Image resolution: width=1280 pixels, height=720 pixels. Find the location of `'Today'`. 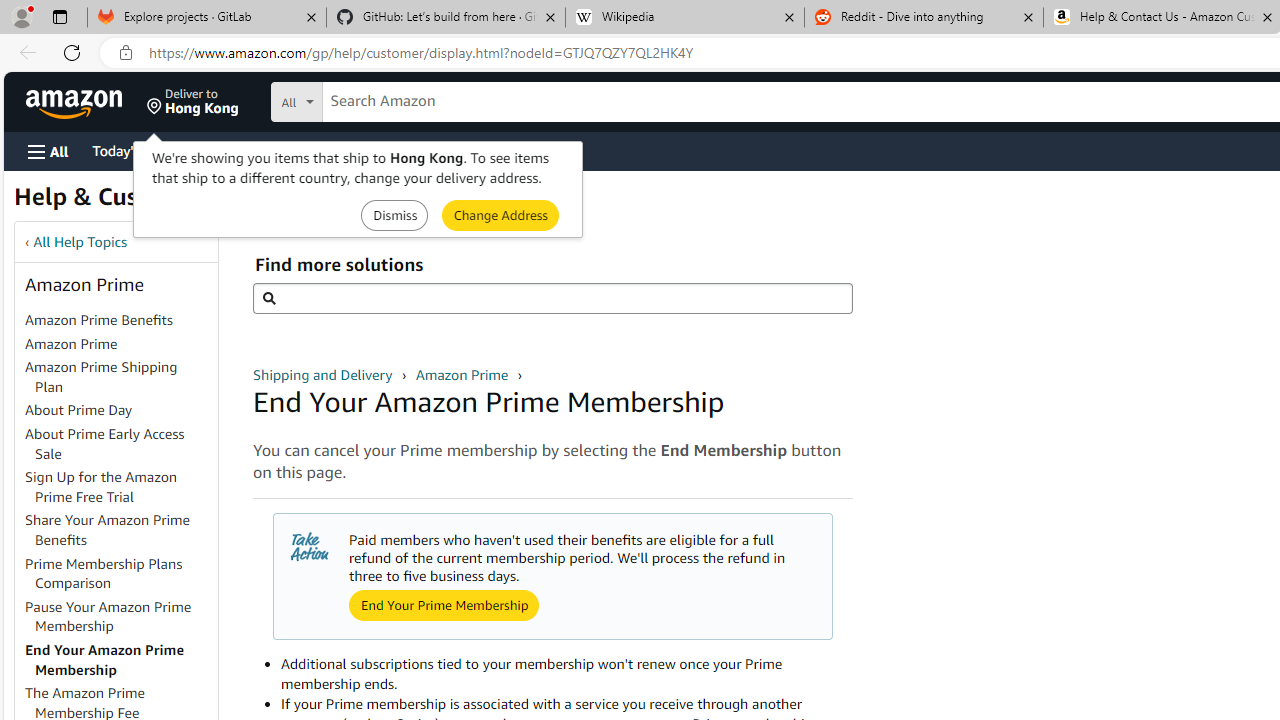

'Today' is located at coordinates (133, 149).